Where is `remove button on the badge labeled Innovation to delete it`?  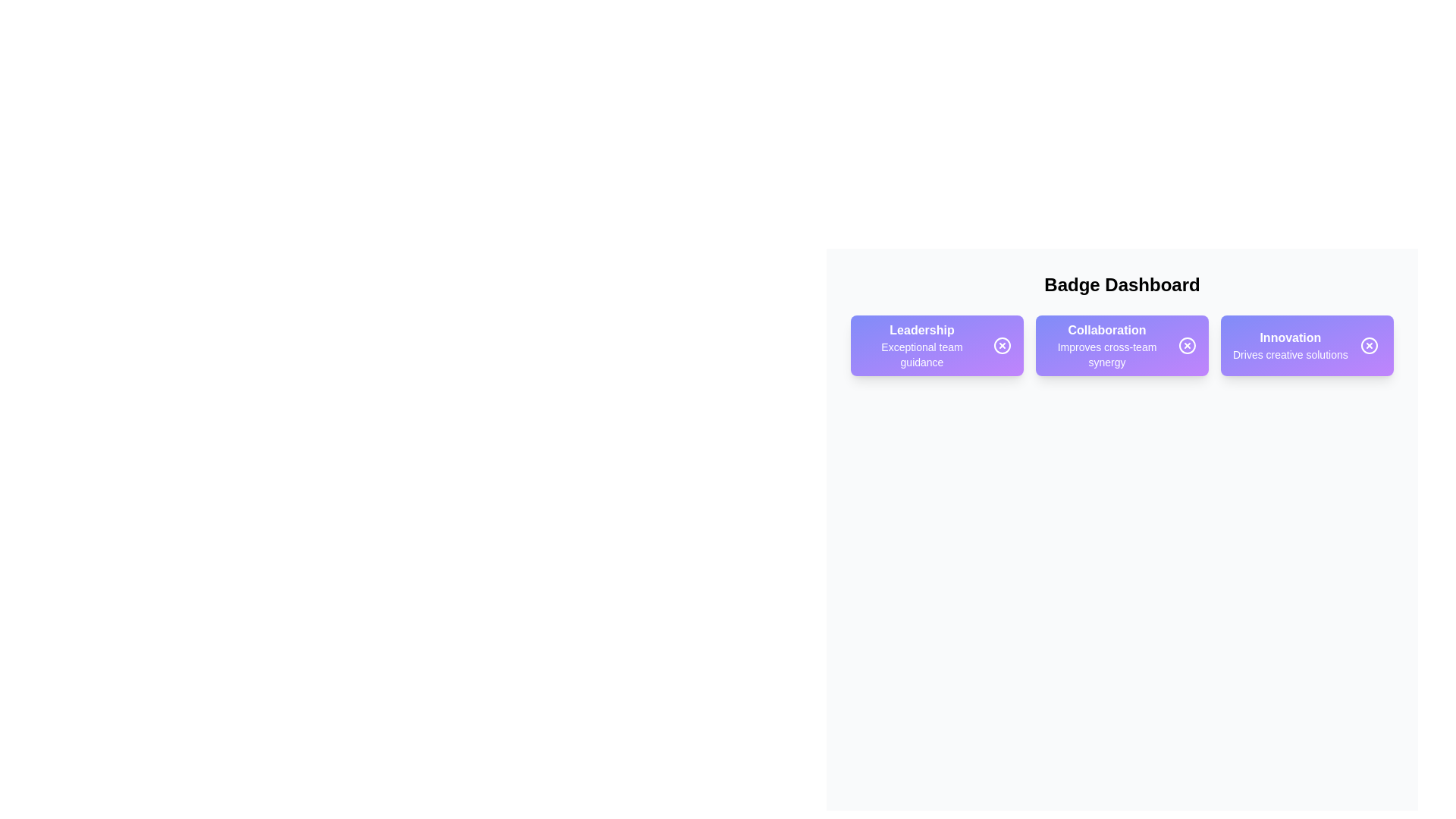 remove button on the badge labeled Innovation to delete it is located at coordinates (1368, 345).